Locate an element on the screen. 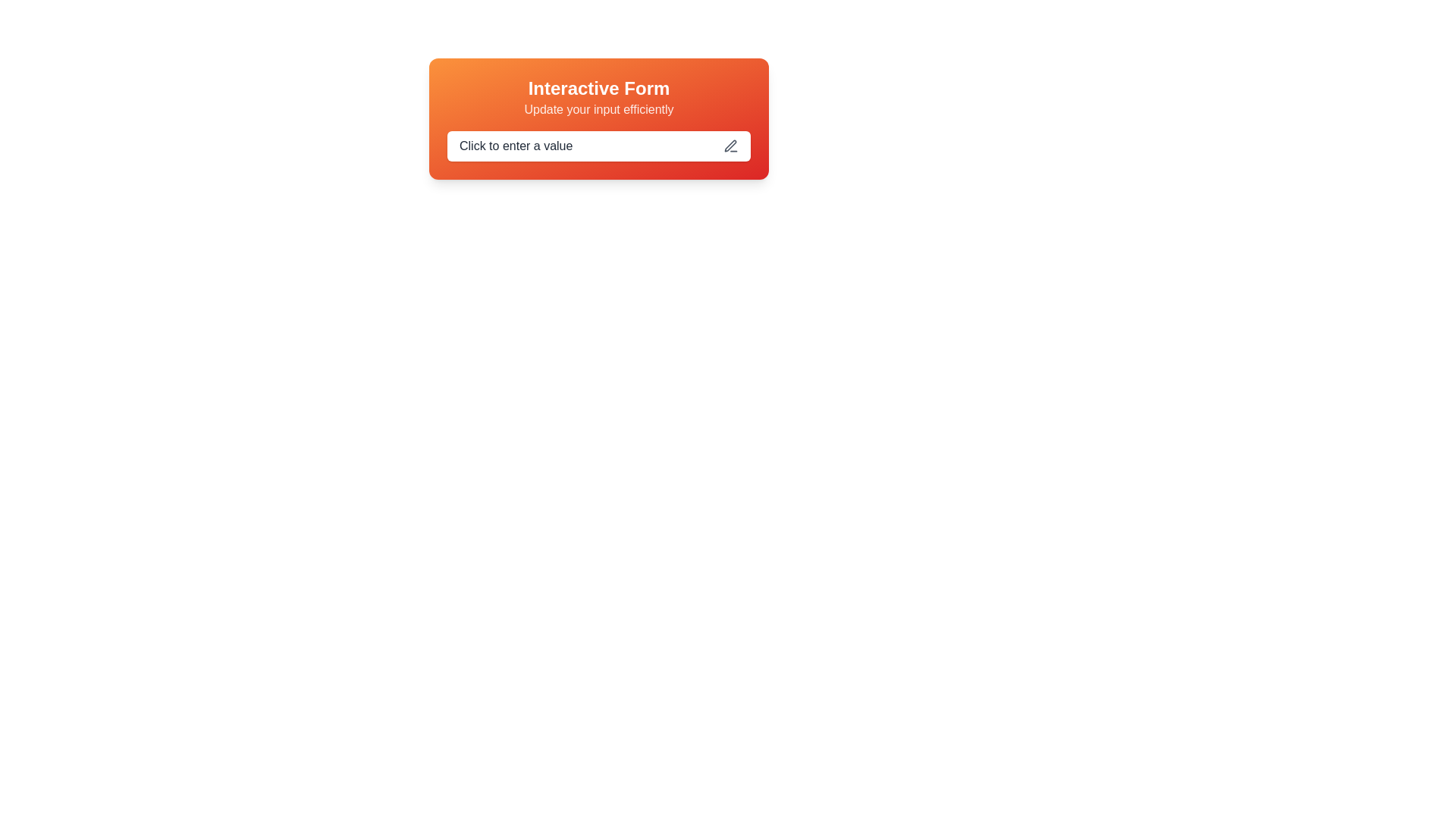 This screenshot has width=1456, height=819. the text label that says 'Update your input efficiently', which is styled with an orange gradient background and located below the 'Interactive Form' title is located at coordinates (598, 109).